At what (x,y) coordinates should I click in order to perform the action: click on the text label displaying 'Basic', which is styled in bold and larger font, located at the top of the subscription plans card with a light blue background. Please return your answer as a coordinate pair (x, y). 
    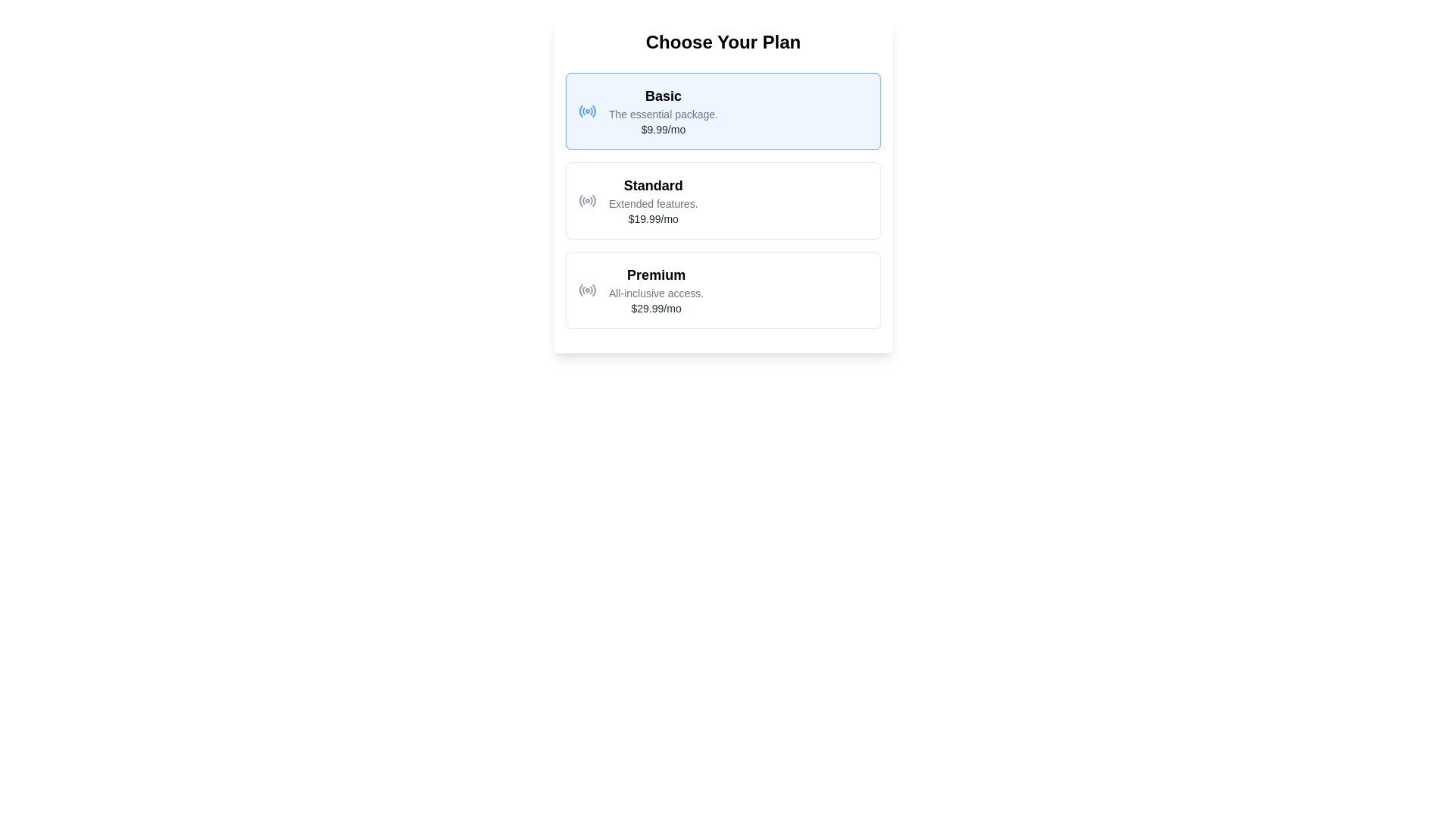
    Looking at the image, I should click on (663, 96).